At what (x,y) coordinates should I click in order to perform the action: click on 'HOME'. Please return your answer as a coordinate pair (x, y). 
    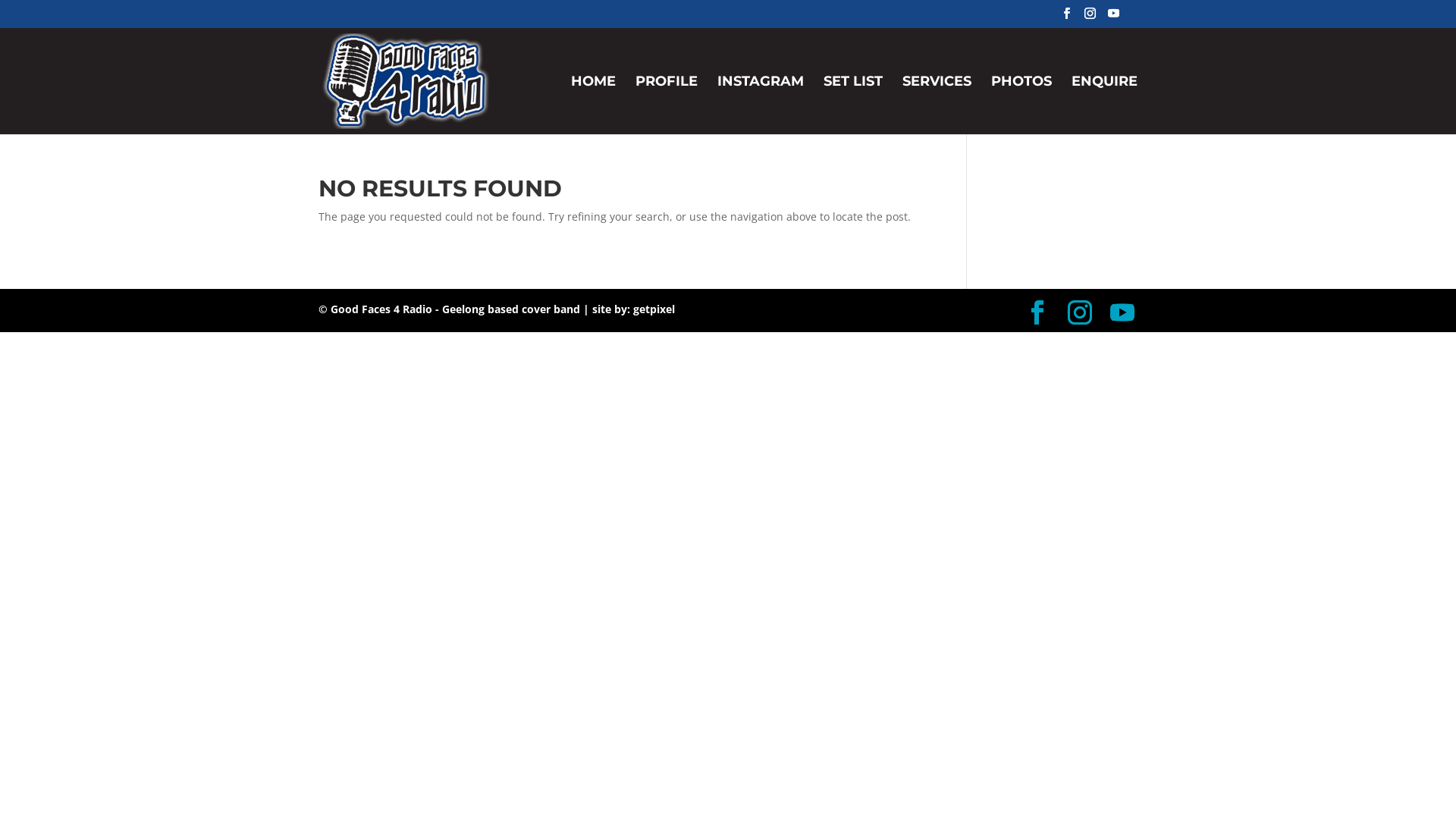
    Looking at the image, I should click on (570, 104).